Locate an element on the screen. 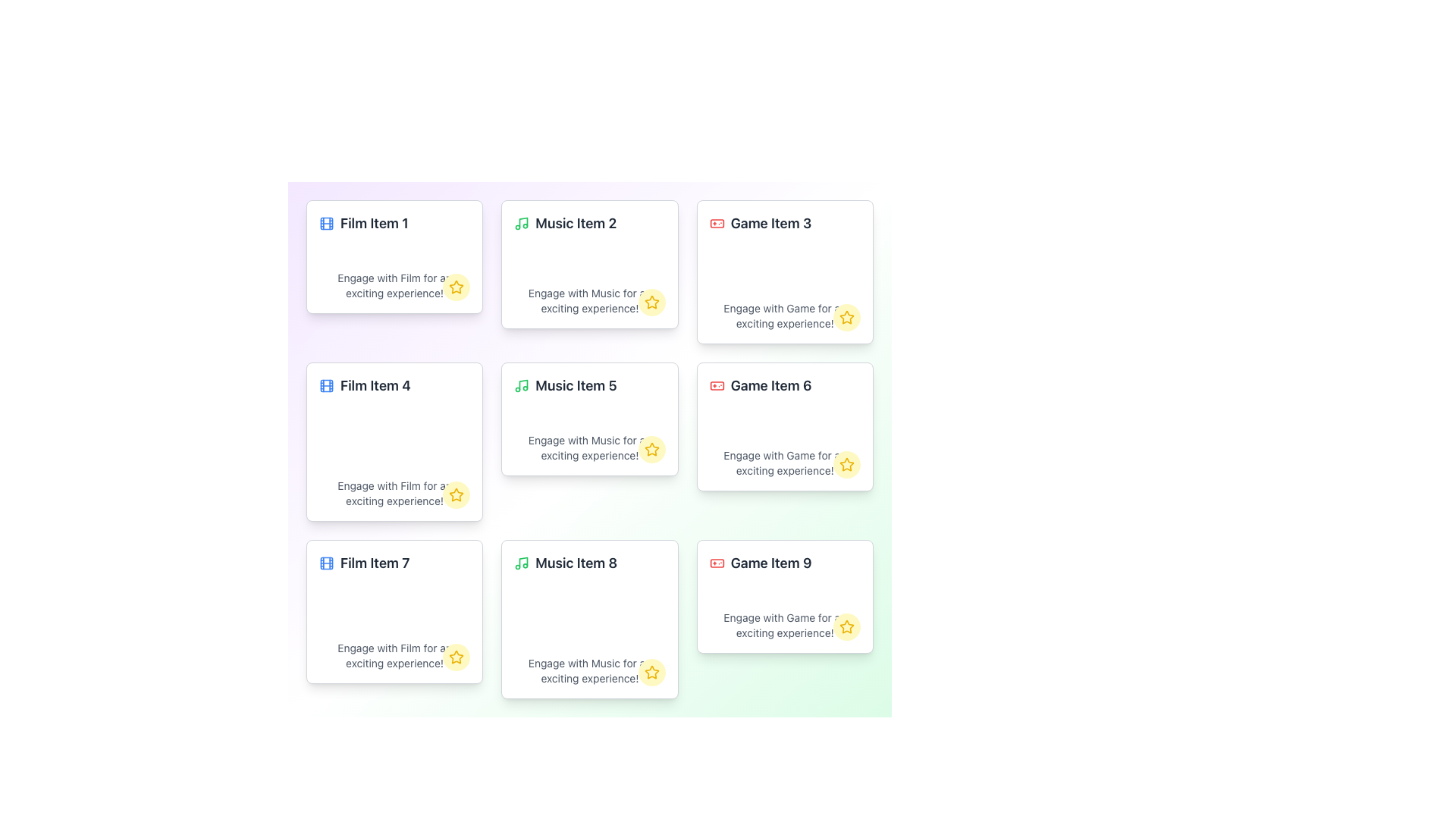 This screenshot has height=819, width=1456. the Text Label titled 'Music Item 2' which is located in the second card of the first row in a grid layout is located at coordinates (575, 223).